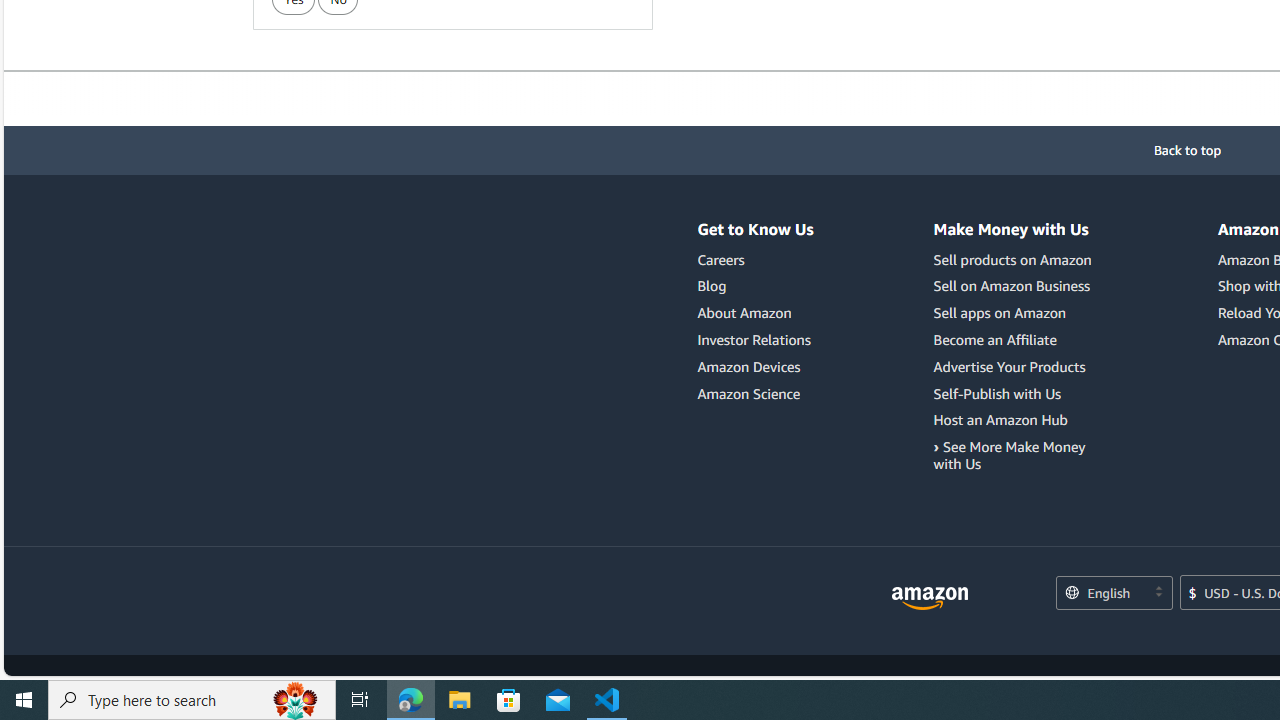 This screenshot has width=1280, height=720. Describe the element at coordinates (1015, 419) in the screenshot. I see `'Host an Amazon Hub'` at that location.